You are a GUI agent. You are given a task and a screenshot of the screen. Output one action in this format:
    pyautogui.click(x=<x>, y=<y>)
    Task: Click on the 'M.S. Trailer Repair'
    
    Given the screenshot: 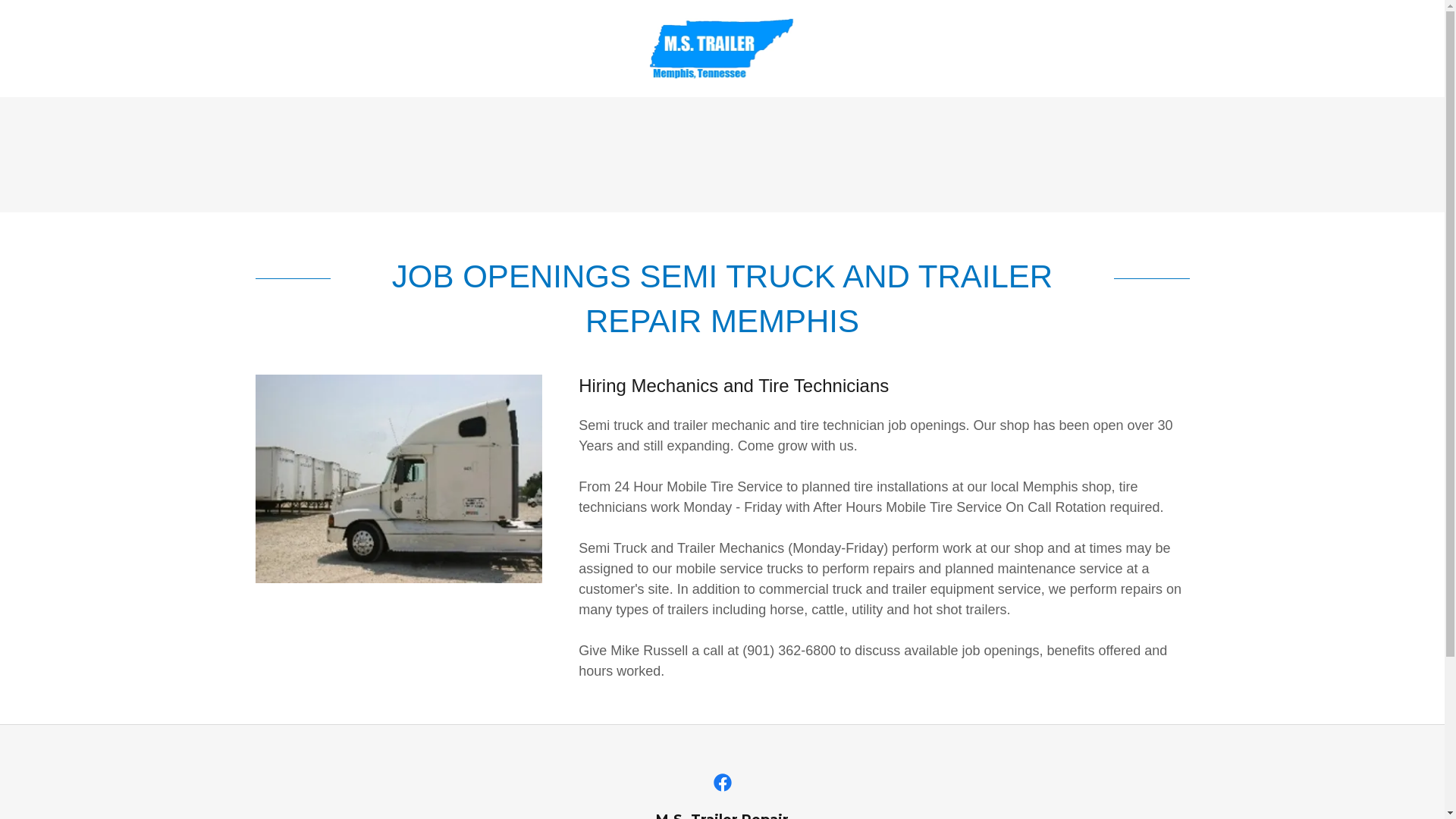 What is the action you would take?
    pyautogui.click(x=722, y=46)
    